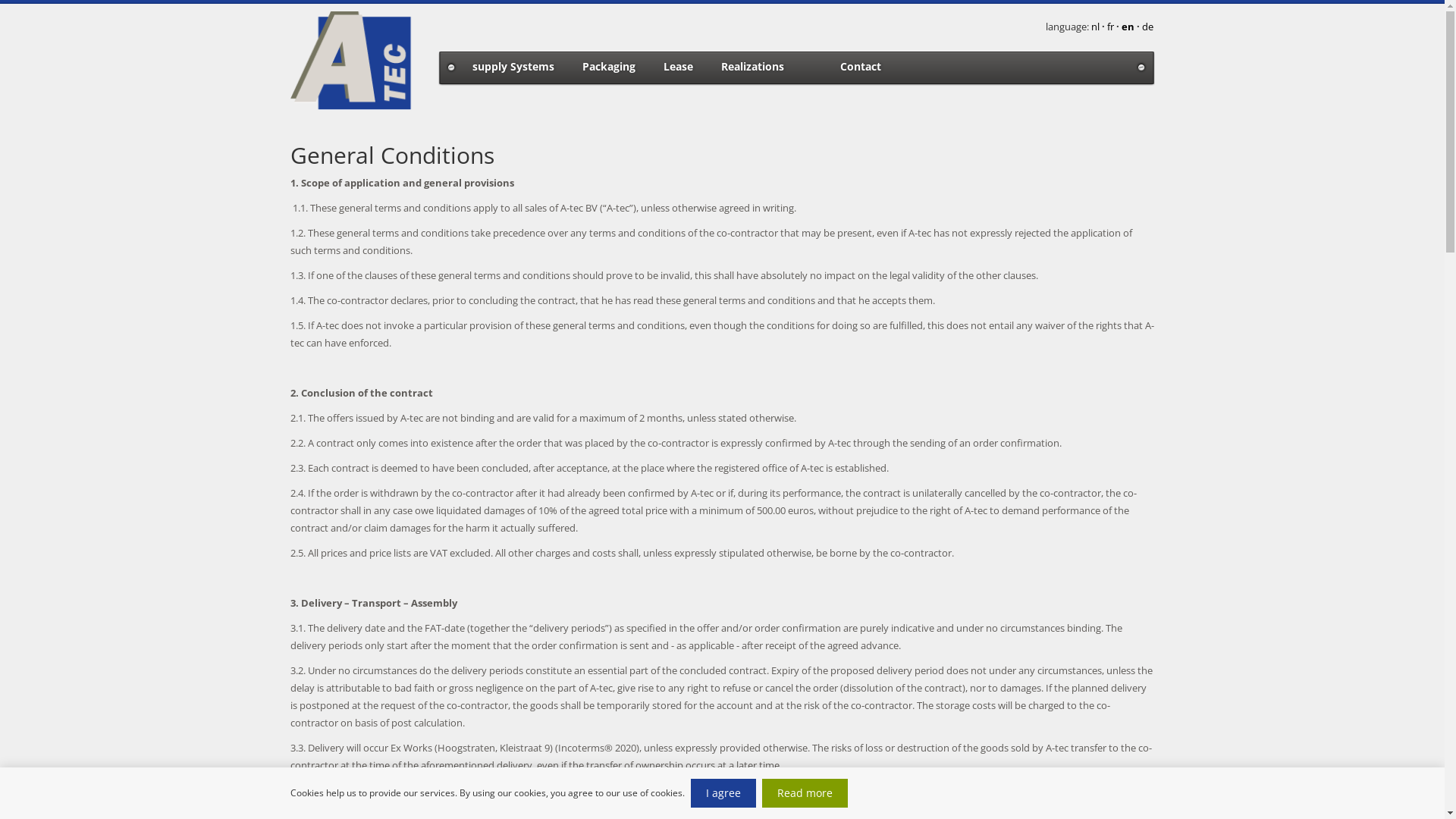  I want to click on 'Lease', so click(676, 65).